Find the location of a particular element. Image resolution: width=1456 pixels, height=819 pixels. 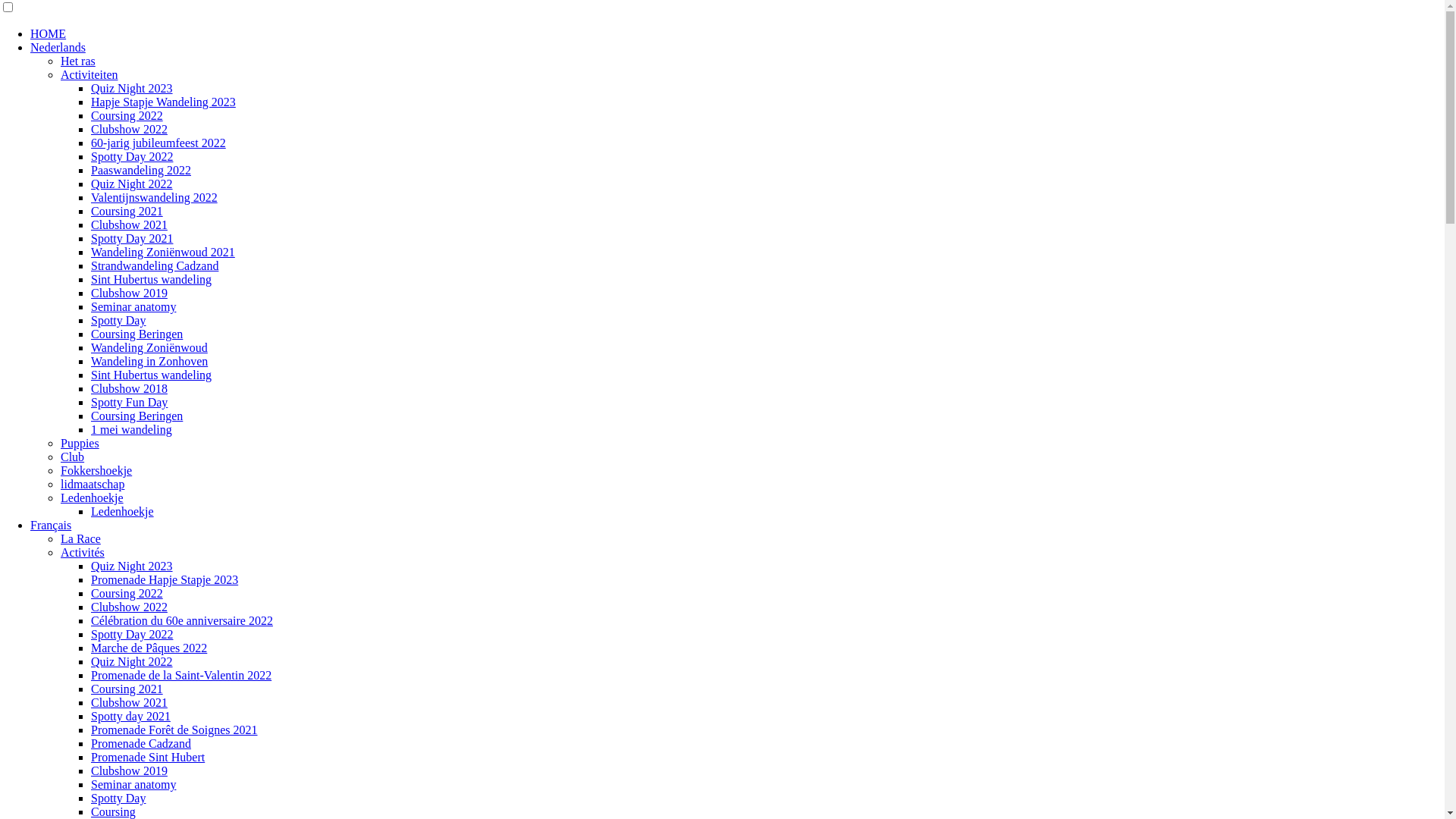

'Sint Hubertus wandeling' is located at coordinates (151, 279).